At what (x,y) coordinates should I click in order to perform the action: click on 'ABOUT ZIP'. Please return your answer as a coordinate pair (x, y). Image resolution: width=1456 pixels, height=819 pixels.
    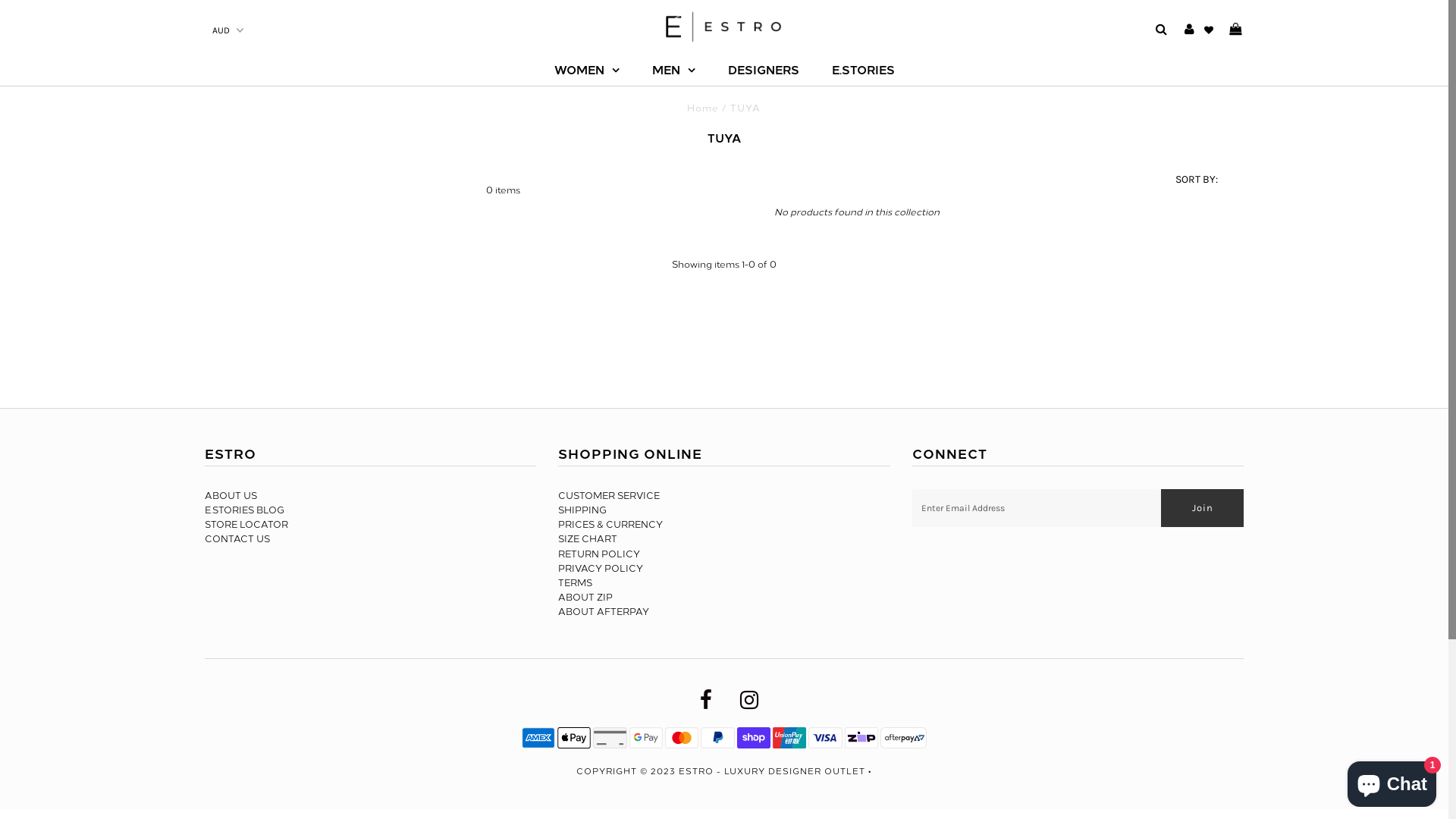
    Looking at the image, I should click on (585, 596).